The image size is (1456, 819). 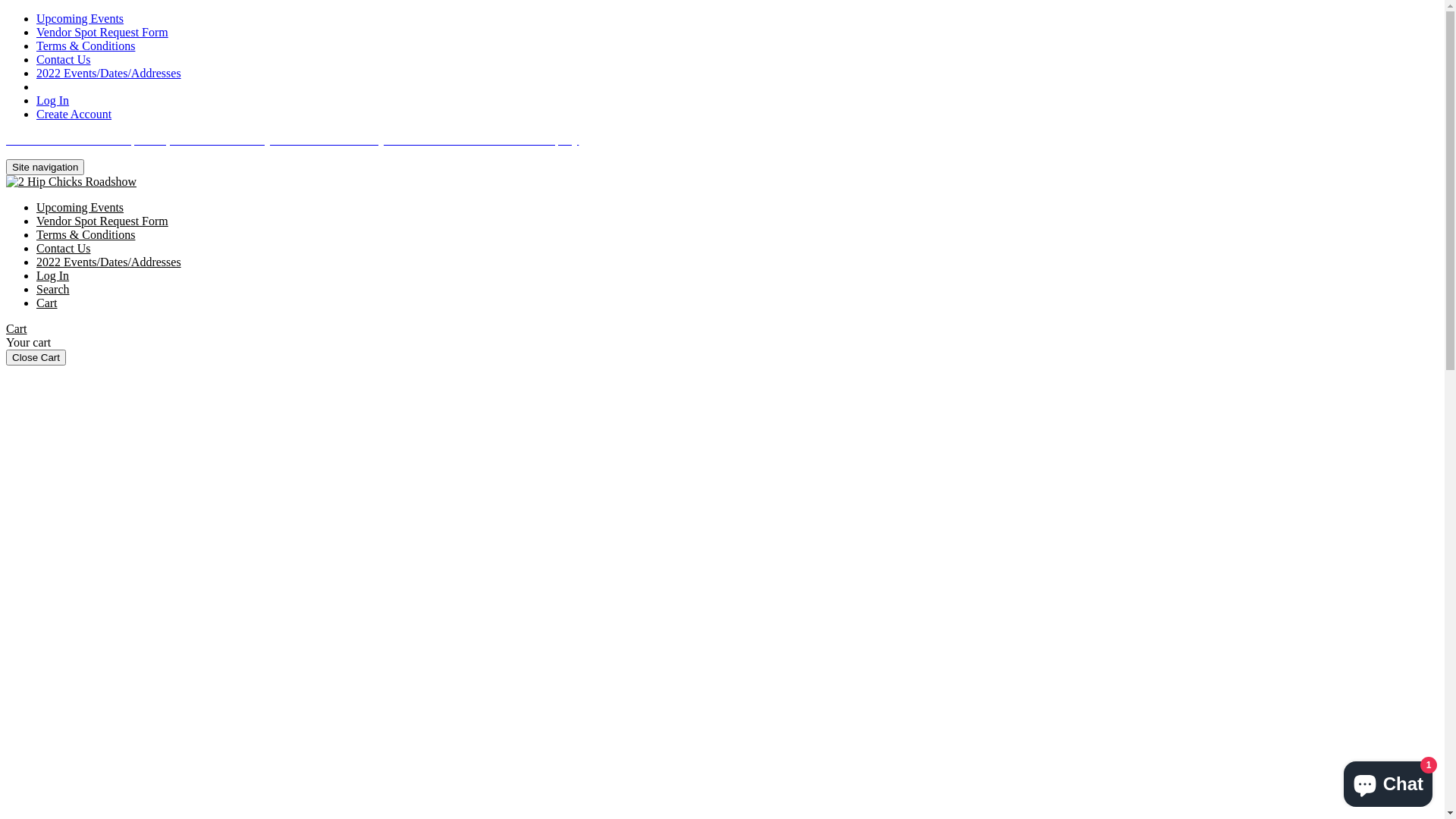 I want to click on 'Terms & Conditions', so click(x=36, y=234).